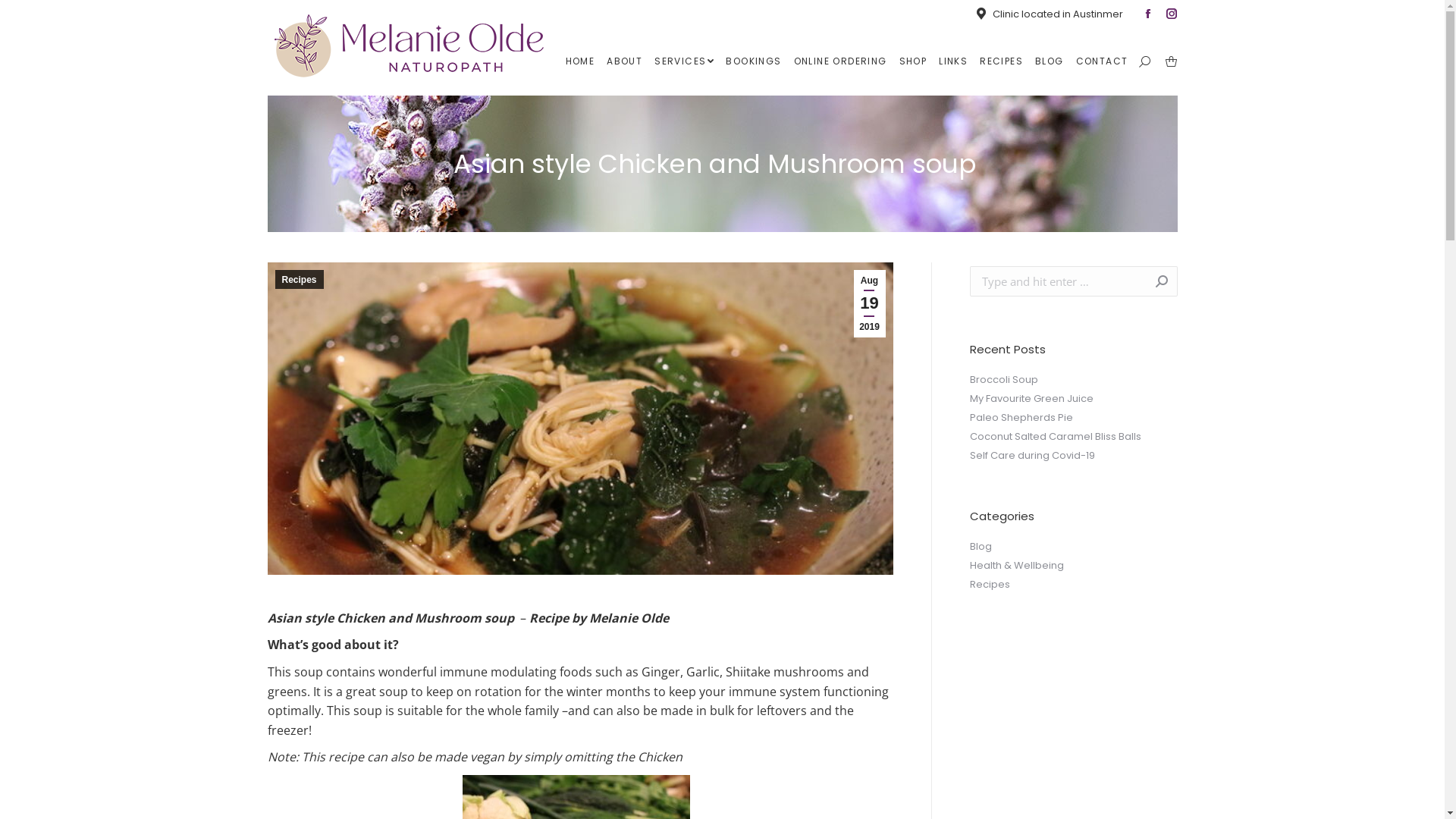  I want to click on 'Self Care during Covid-19', so click(1031, 455).